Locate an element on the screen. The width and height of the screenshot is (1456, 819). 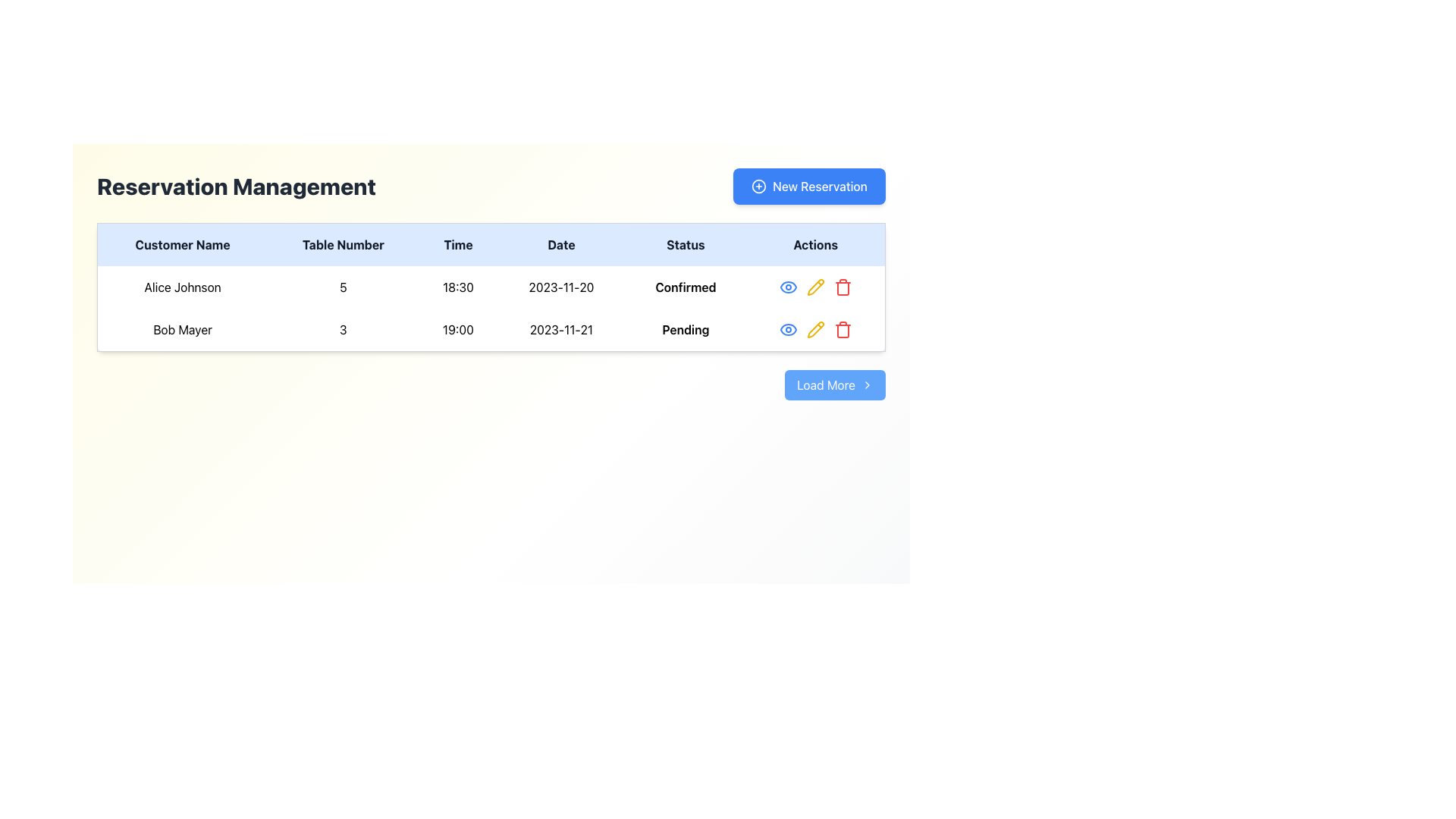
the text label displaying the date '2023-11-20' located in the 'Date' column of the reservation entry for 'Alice Johnson' is located at coordinates (560, 287).